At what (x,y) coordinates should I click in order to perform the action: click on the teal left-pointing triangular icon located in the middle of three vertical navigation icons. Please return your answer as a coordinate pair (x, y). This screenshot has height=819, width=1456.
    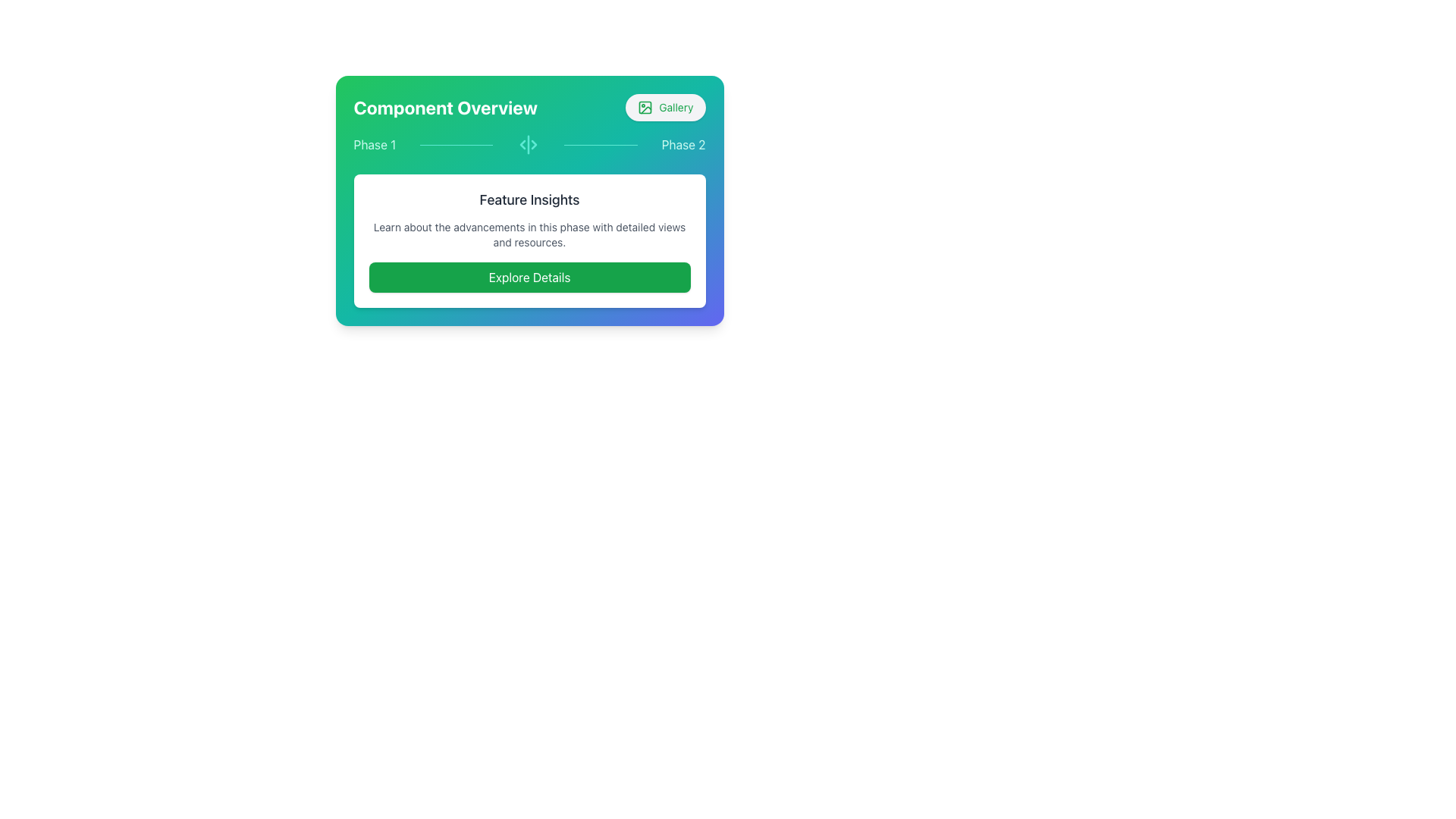
    Looking at the image, I should click on (522, 145).